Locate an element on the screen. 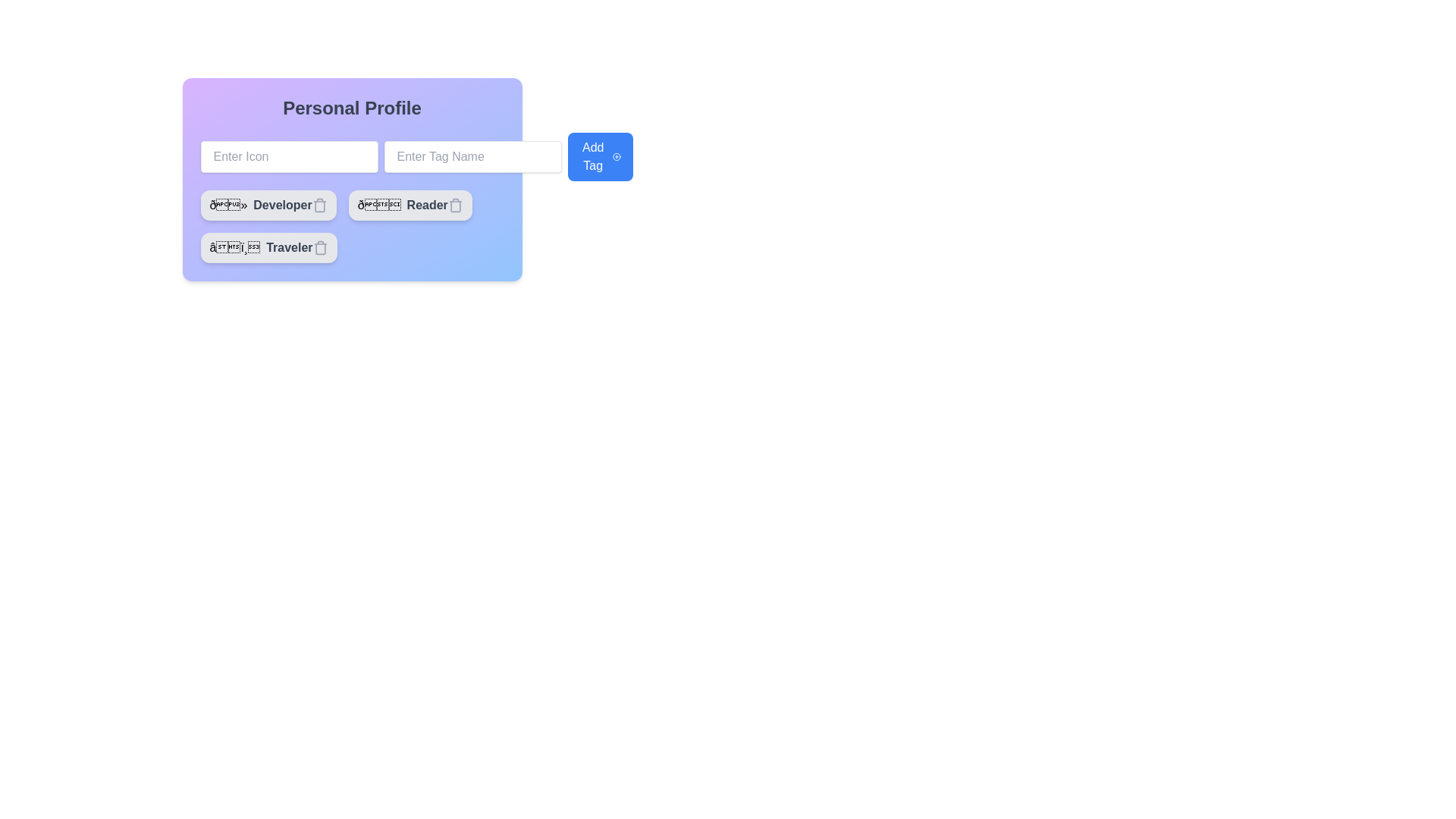 This screenshot has height=819, width=1456. the text label displaying 'Reader' which is styled in gray, bold font, located in the second row of a vertically aligned list within the 'Personal Profile' form is located at coordinates (426, 205).